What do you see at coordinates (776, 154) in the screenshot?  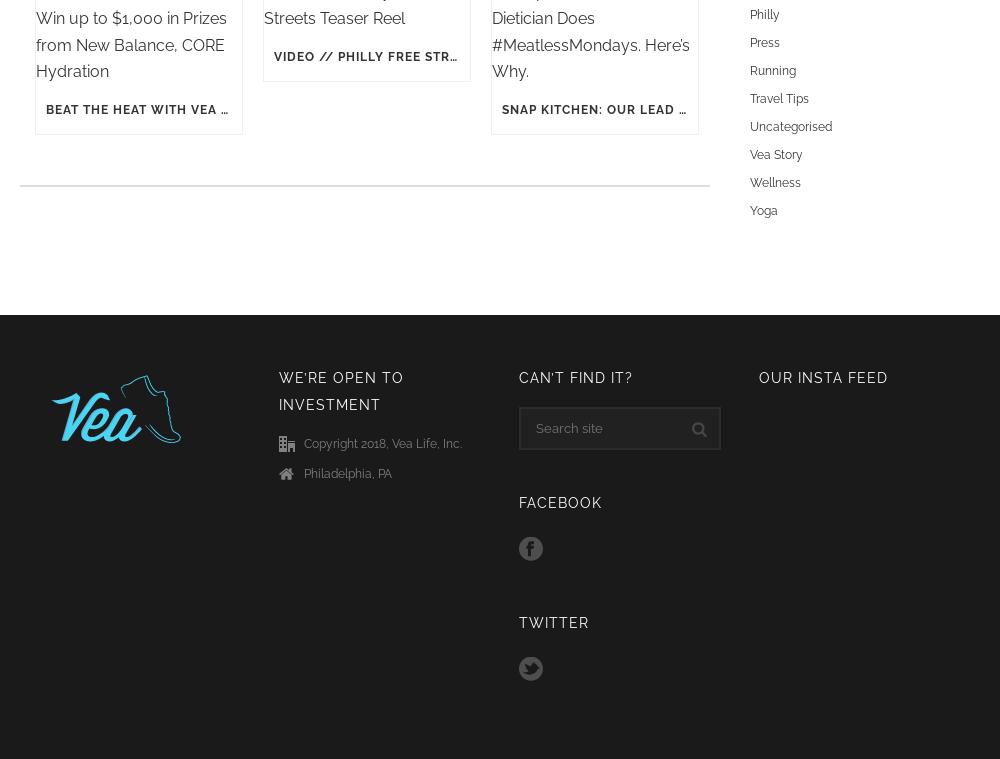 I see `'Vea Story'` at bounding box center [776, 154].